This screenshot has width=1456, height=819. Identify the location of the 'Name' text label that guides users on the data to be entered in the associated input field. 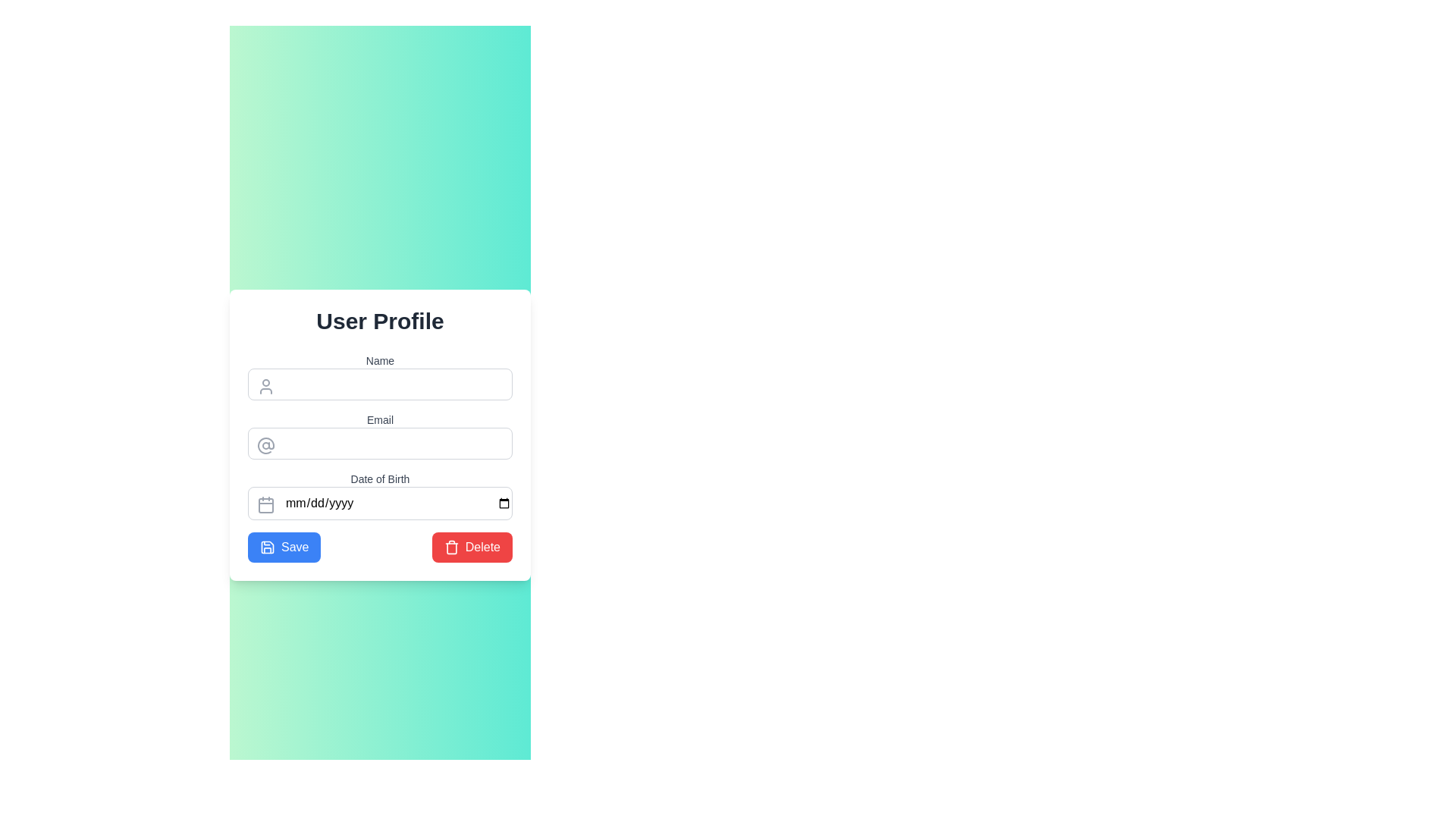
(380, 360).